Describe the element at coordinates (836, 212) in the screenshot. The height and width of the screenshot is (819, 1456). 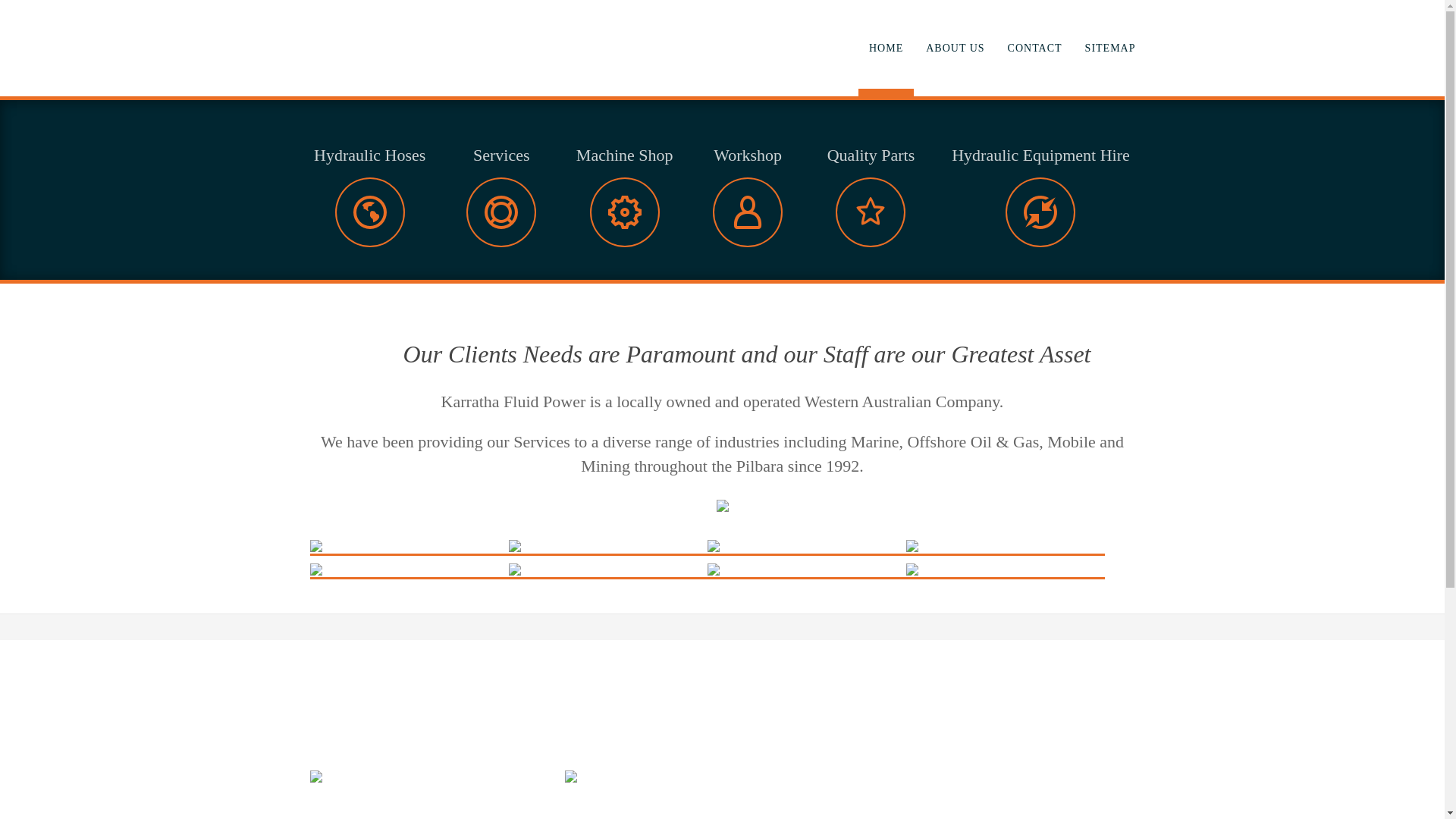
I see `'icon'` at that location.